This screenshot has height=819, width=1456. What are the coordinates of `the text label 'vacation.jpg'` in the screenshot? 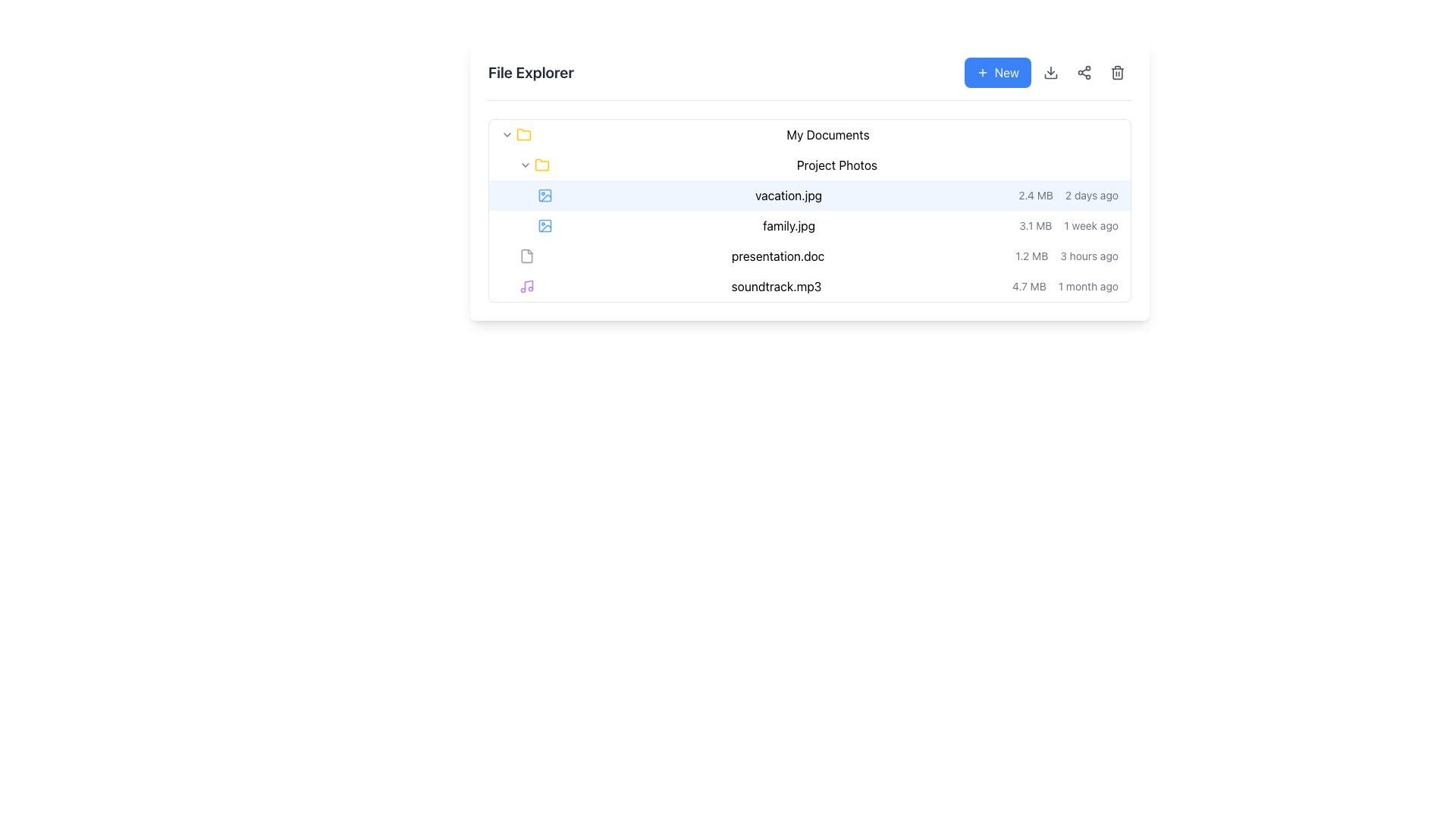 It's located at (789, 195).